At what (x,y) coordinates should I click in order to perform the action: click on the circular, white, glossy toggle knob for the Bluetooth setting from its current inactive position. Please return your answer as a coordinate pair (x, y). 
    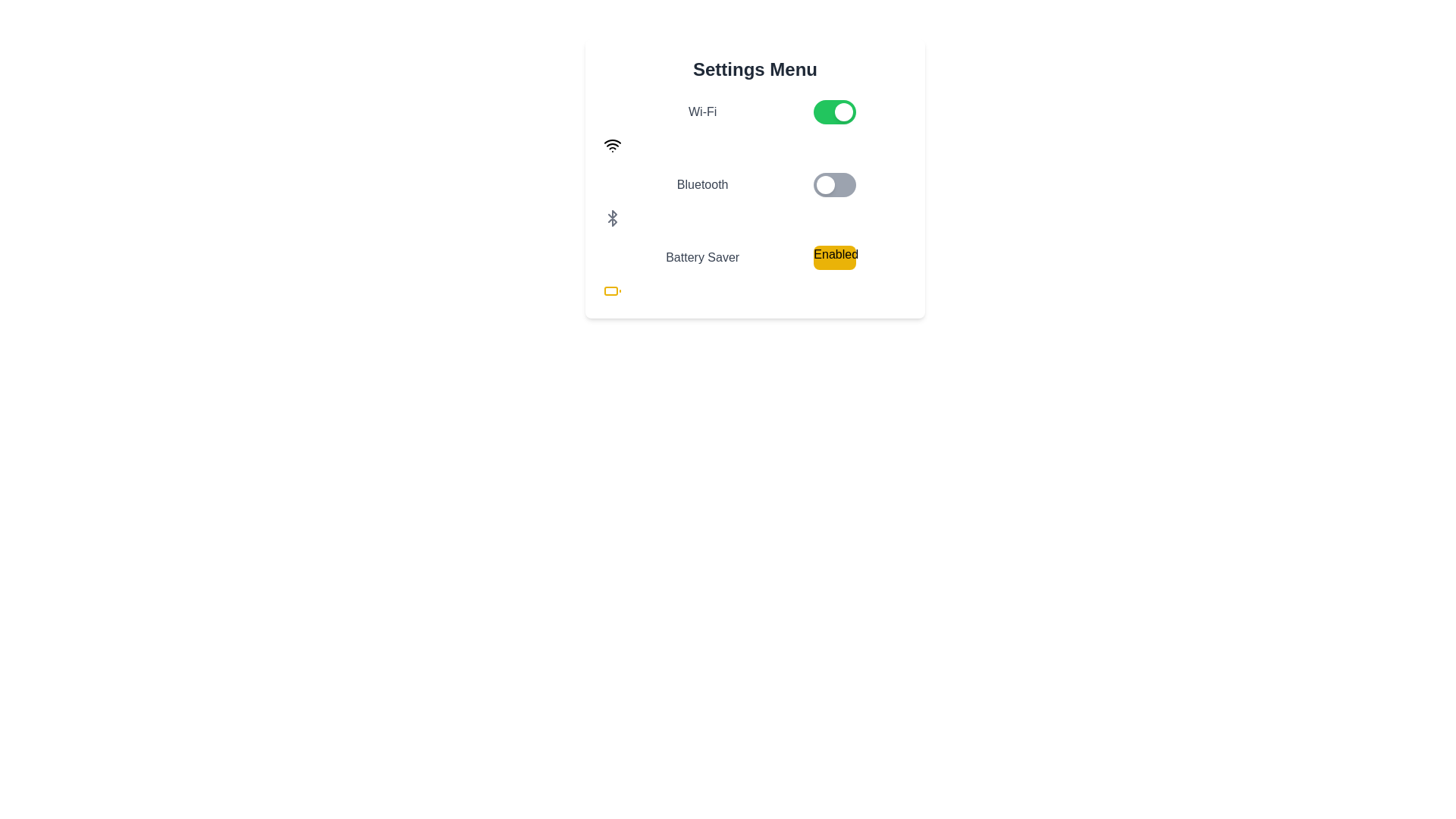
    Looking at the image, I should click on (825, 184).